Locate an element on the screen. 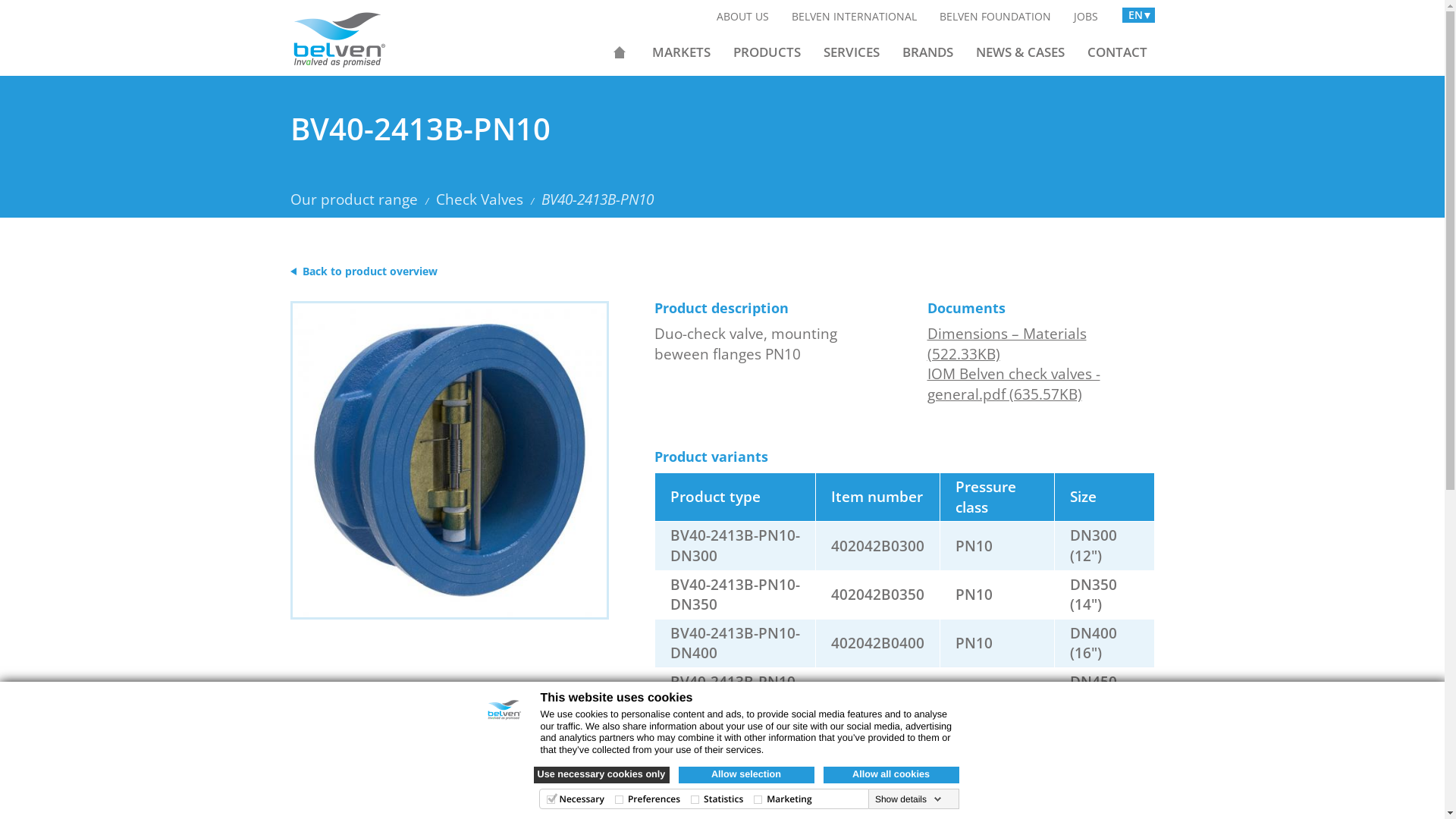 This screenshot has width=1456, height=819. 'Back to product overview' is located at coordinates (362, 271).